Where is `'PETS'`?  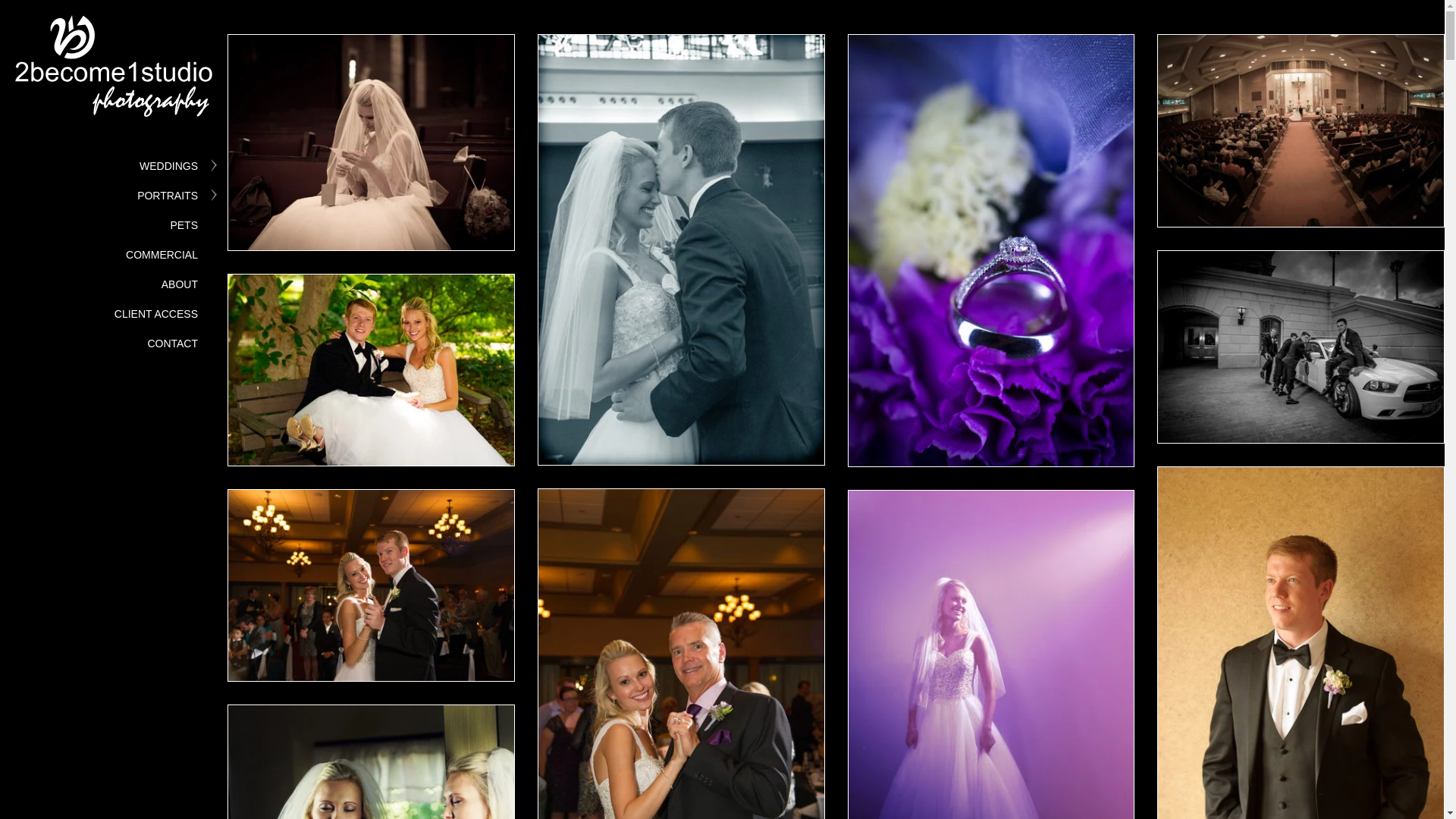 'PETS' is located at coordinates (183, 225).